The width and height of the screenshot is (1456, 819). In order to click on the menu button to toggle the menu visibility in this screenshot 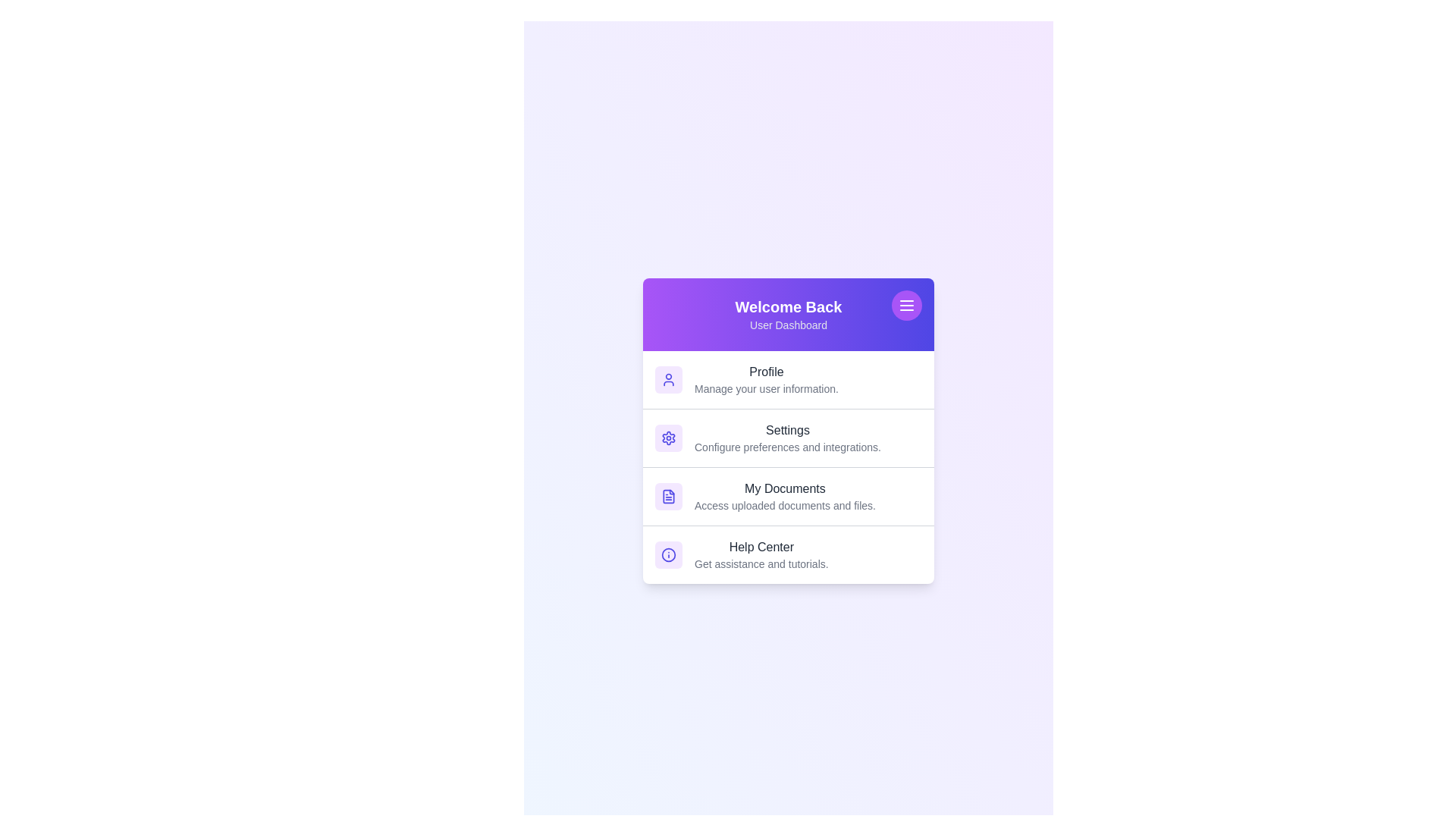, I will do `click(906, 305)`.